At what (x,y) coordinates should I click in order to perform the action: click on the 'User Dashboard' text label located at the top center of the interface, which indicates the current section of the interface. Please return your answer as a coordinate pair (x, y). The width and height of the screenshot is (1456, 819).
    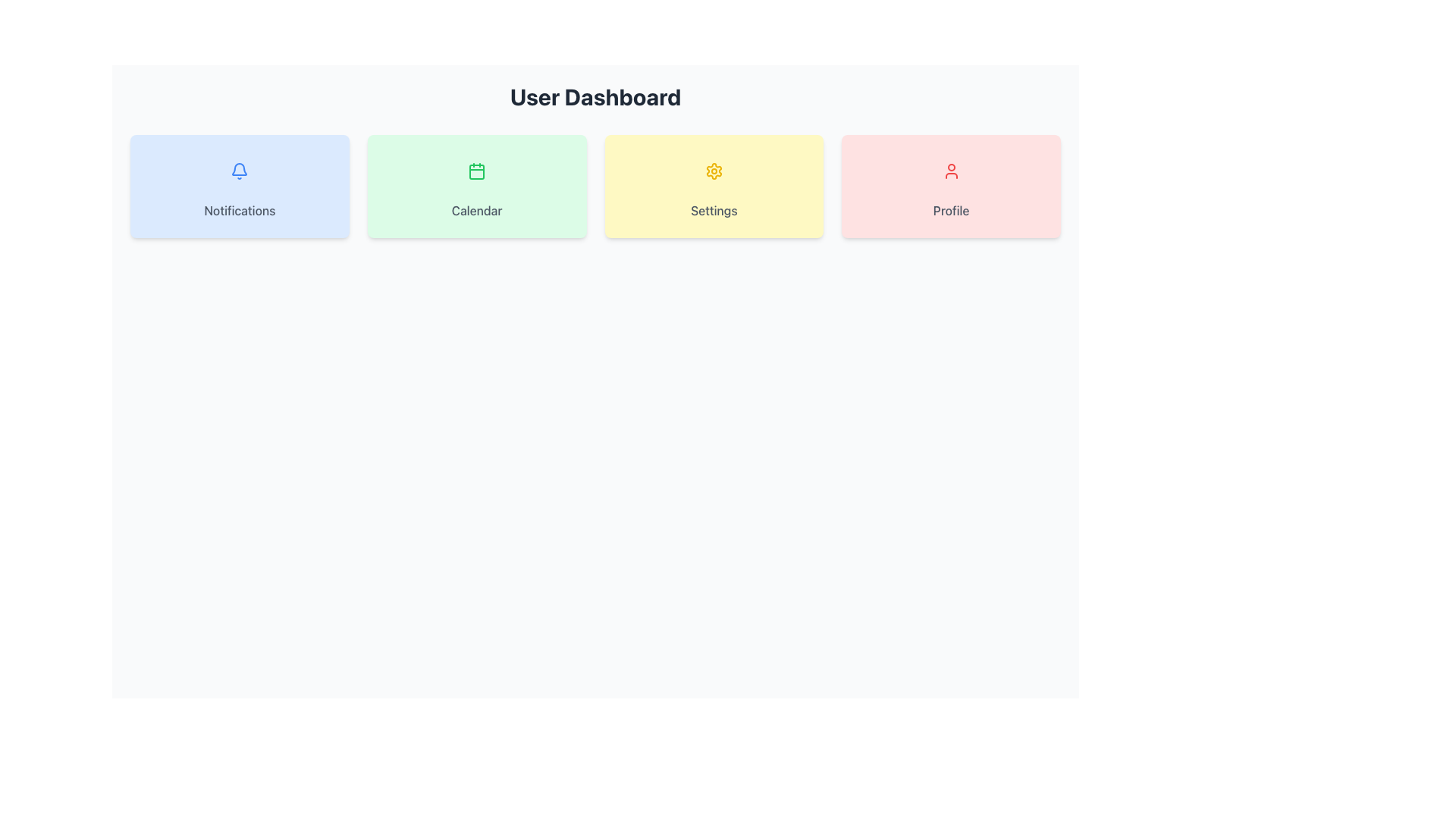
    Looking at the image, I should click on (595, 96).